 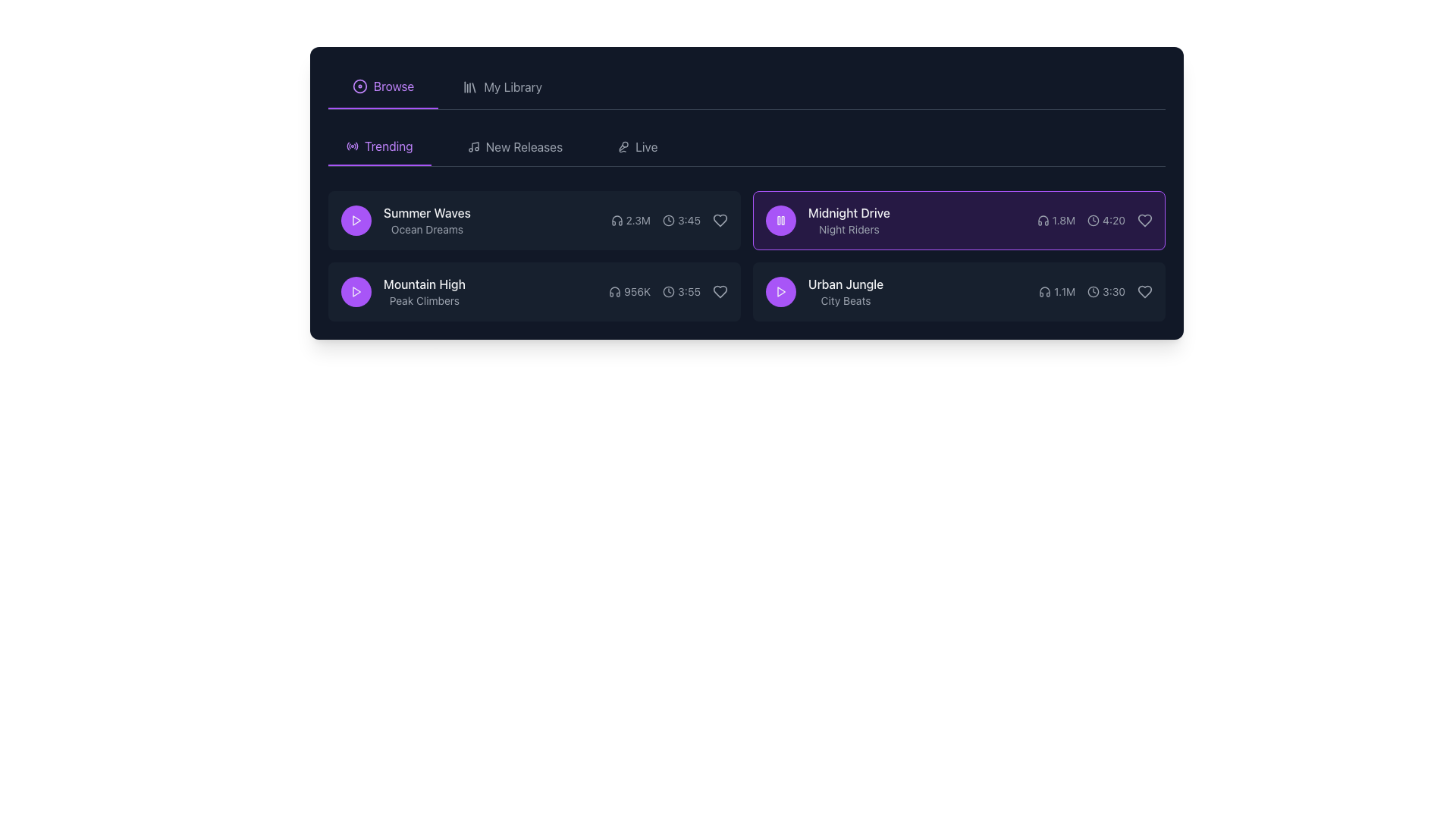 I want to click on the heart icon in the bottom right corner of the 'Midnight Drive' song card to mark it as a favorite, so click(x=1145, y=220).